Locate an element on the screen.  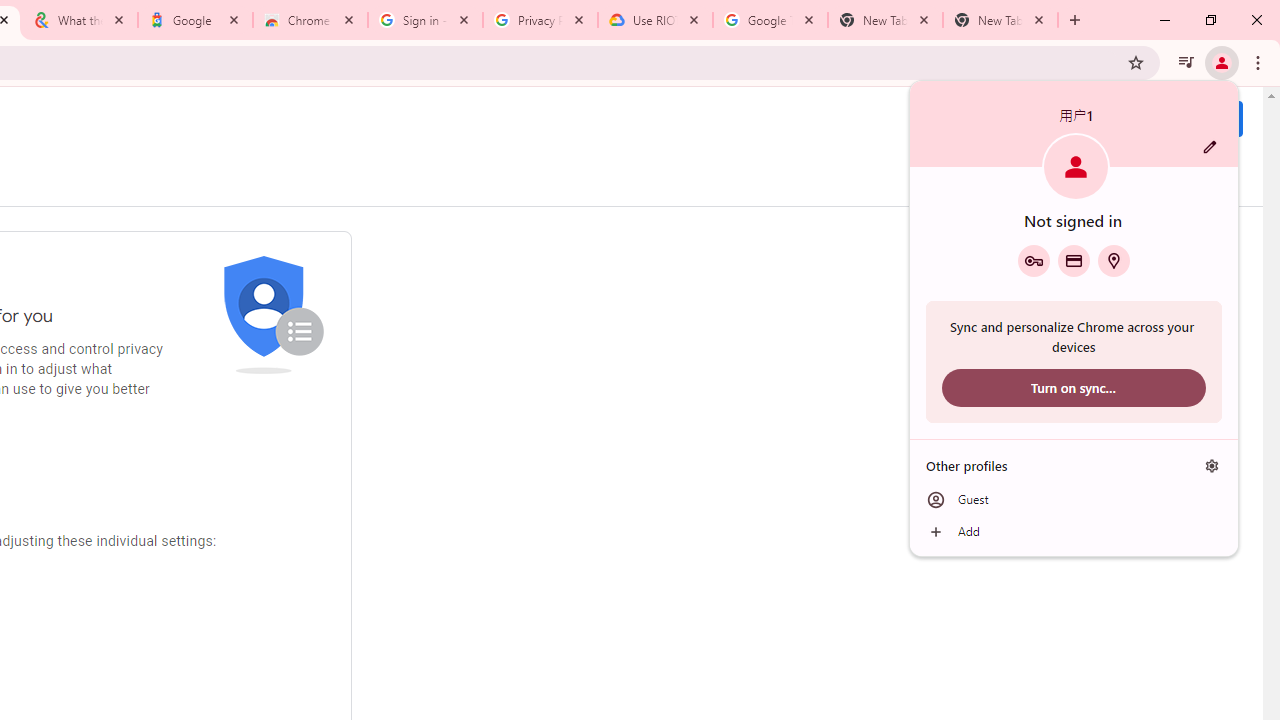
'Customize profile' is located at coordinates (1209, 146).